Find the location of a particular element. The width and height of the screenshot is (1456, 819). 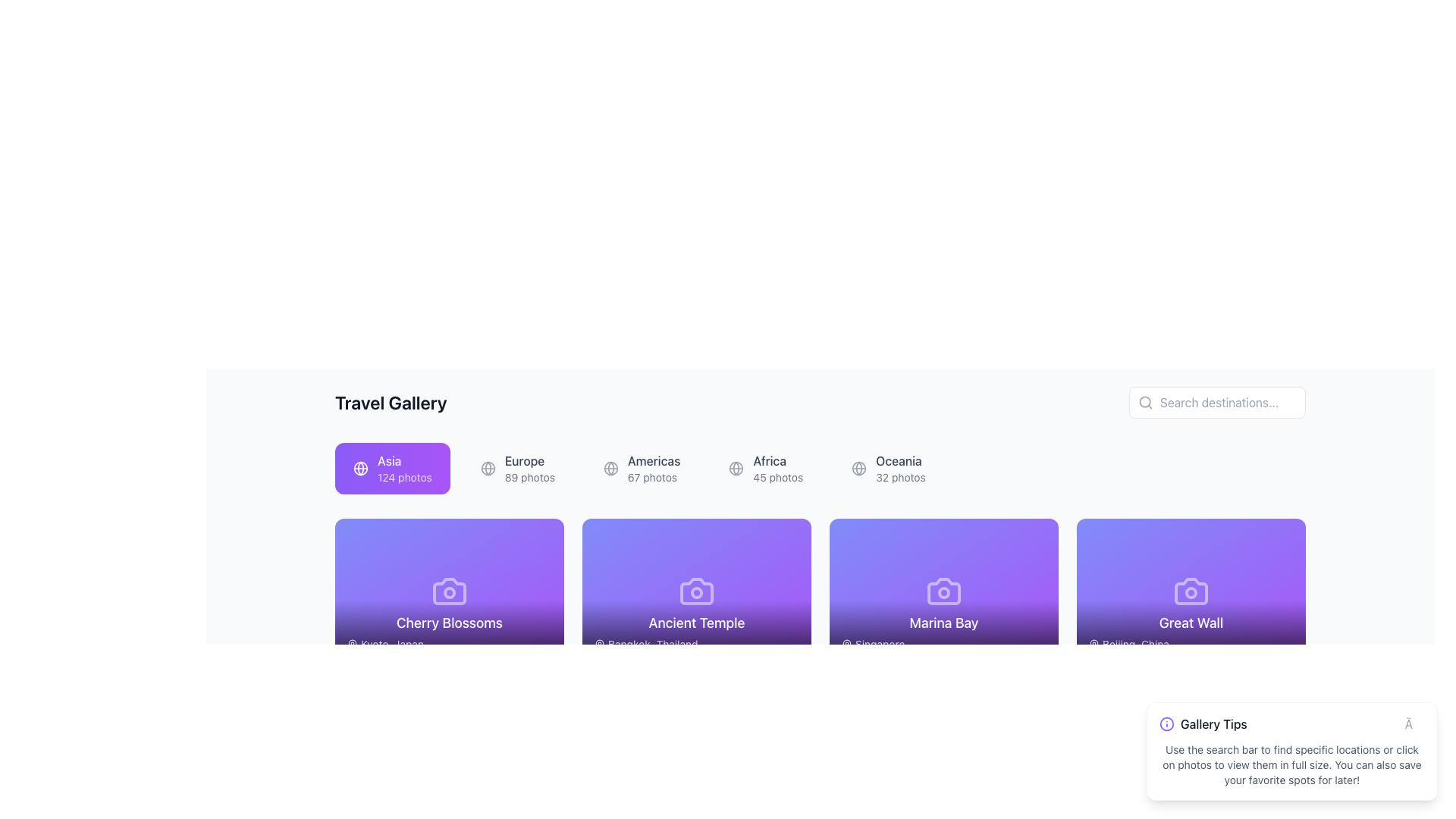

the informational text block displaying 'Great Wall' located at the bottom section of the card with a gradient background is located at coordinates (1190, 632).